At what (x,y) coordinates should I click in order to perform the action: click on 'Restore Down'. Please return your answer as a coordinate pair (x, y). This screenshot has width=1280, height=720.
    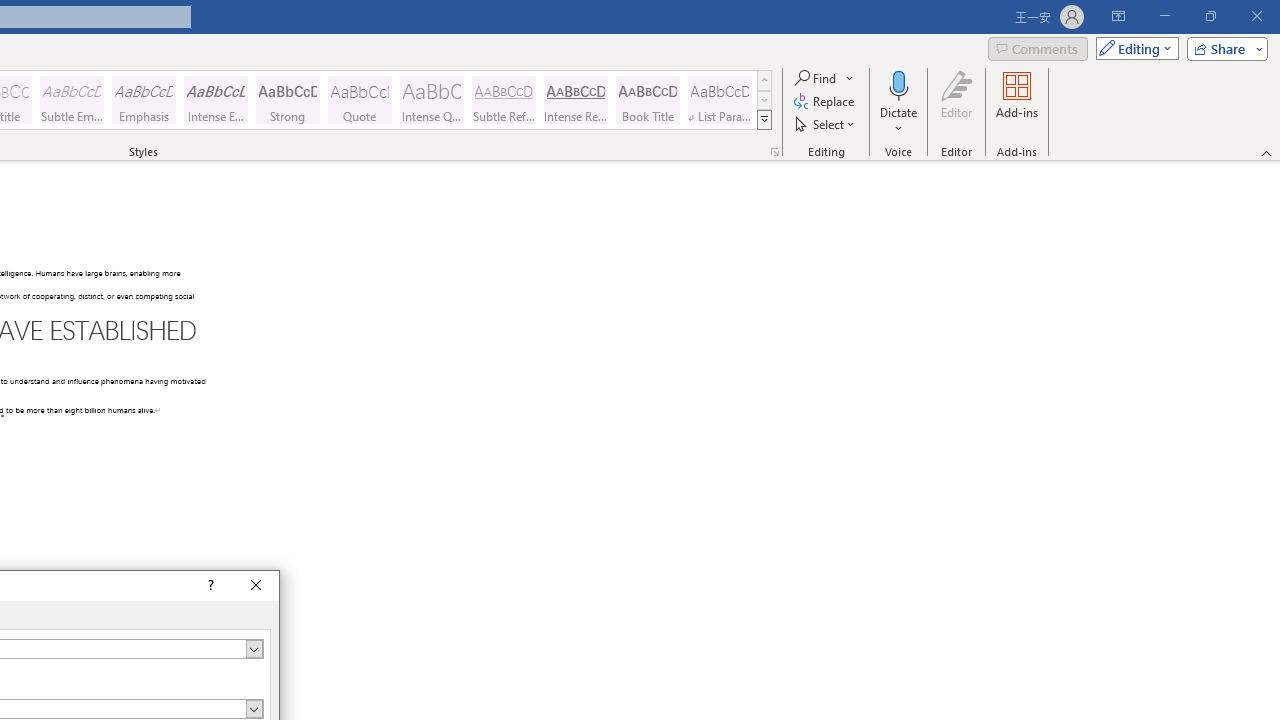
    Looking at the image, I should click on (1209, 16).